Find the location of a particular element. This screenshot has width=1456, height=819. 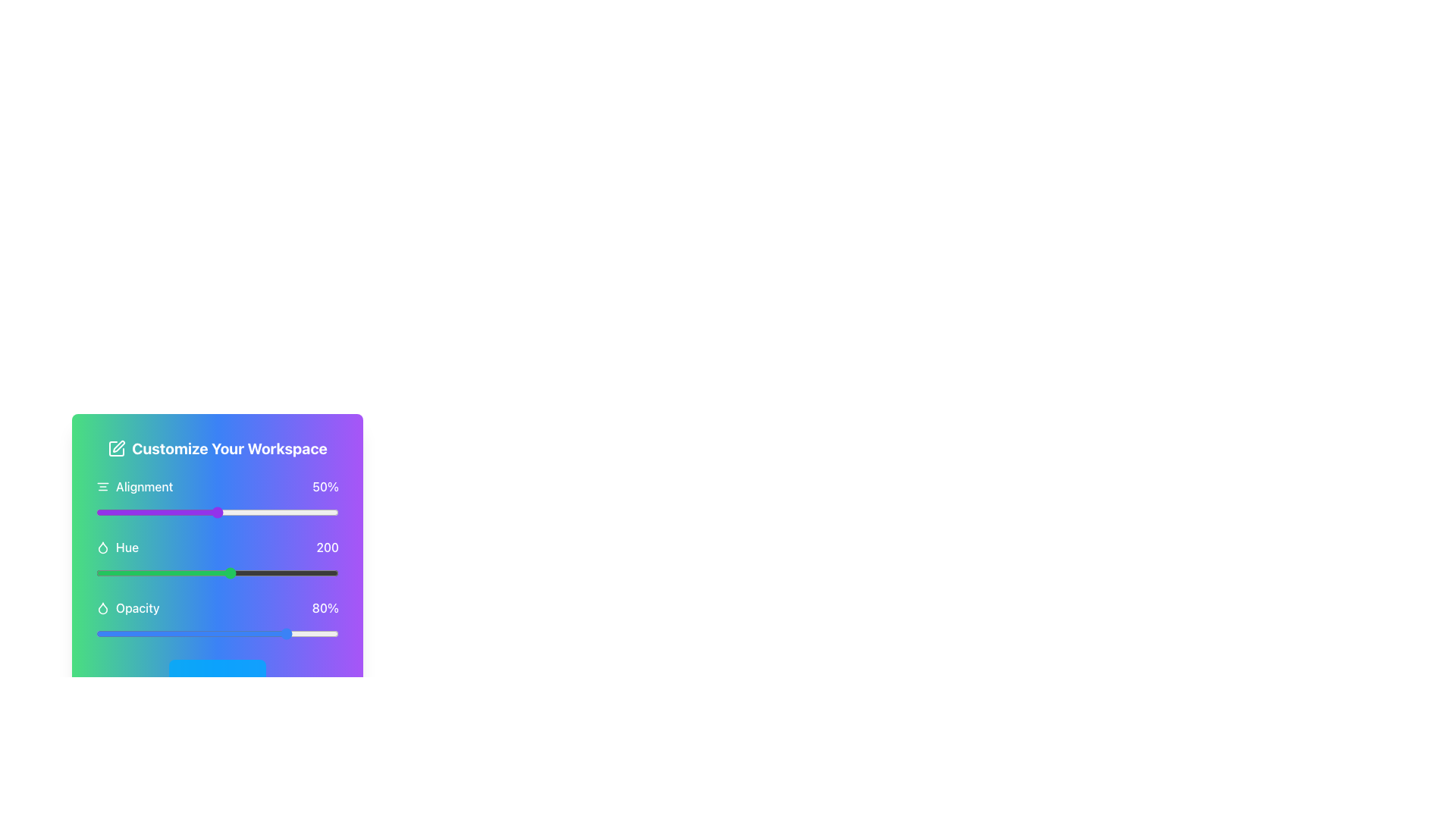

the alignment icon located to the left of the word 'Alignment', which features three horizontal lines of varying lengths on a green background is located at coordinates (102, 486).